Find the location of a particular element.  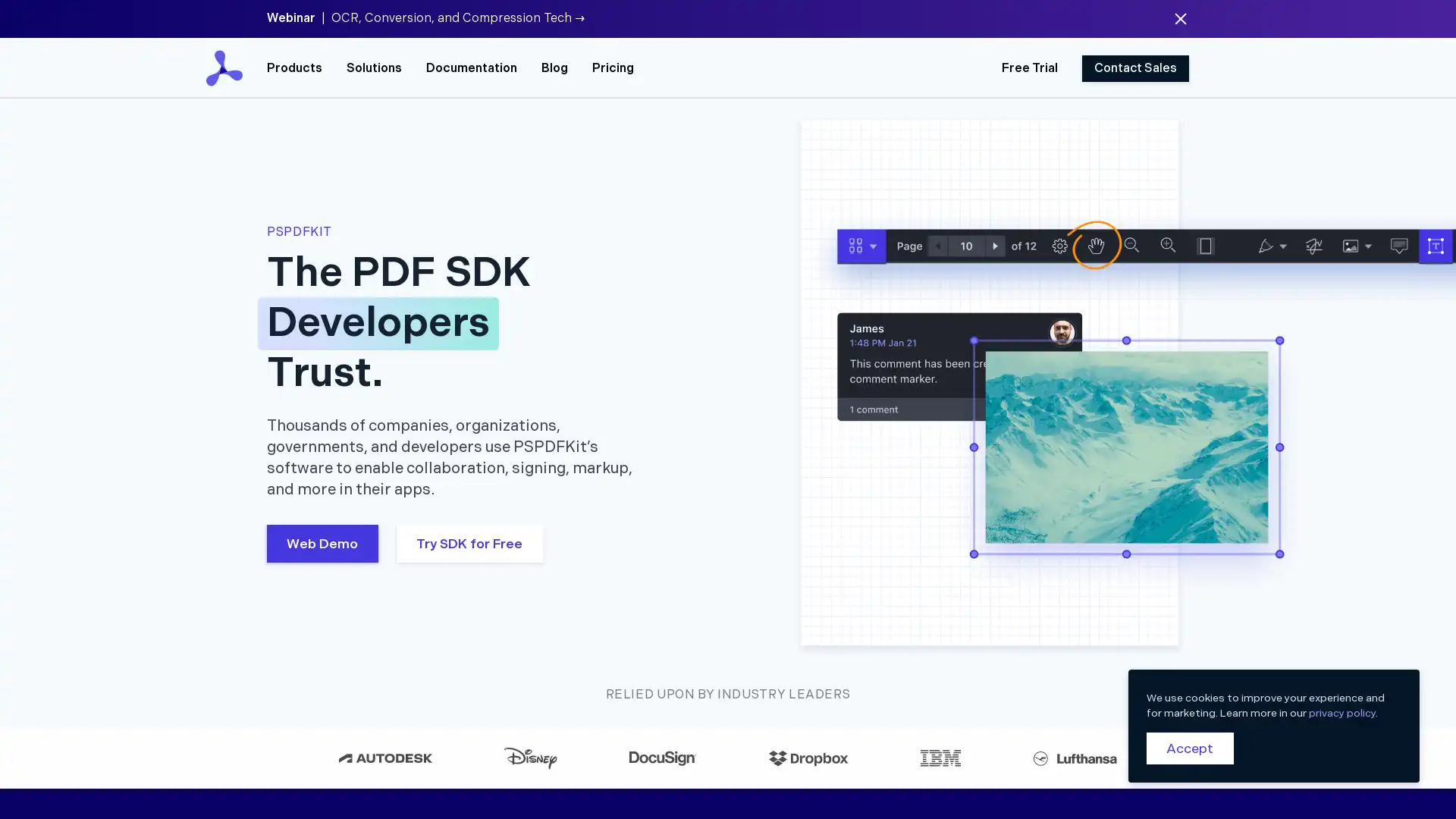

Close is located at coordinates (1175, 73).